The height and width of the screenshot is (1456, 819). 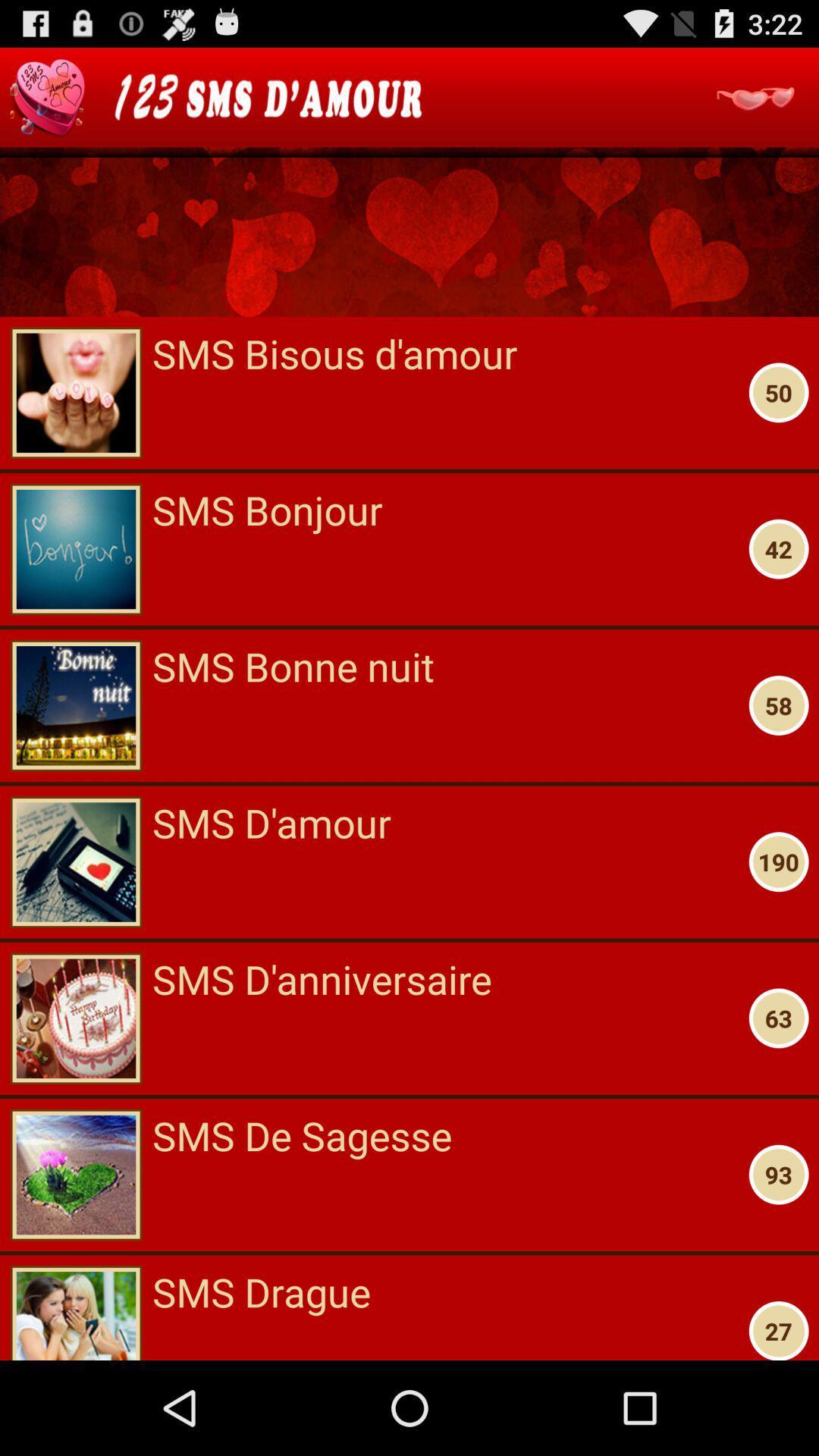 What do you see at coordinates (755, 96) in the screenshot?
I see `messages` at bounding box center [755, 96].